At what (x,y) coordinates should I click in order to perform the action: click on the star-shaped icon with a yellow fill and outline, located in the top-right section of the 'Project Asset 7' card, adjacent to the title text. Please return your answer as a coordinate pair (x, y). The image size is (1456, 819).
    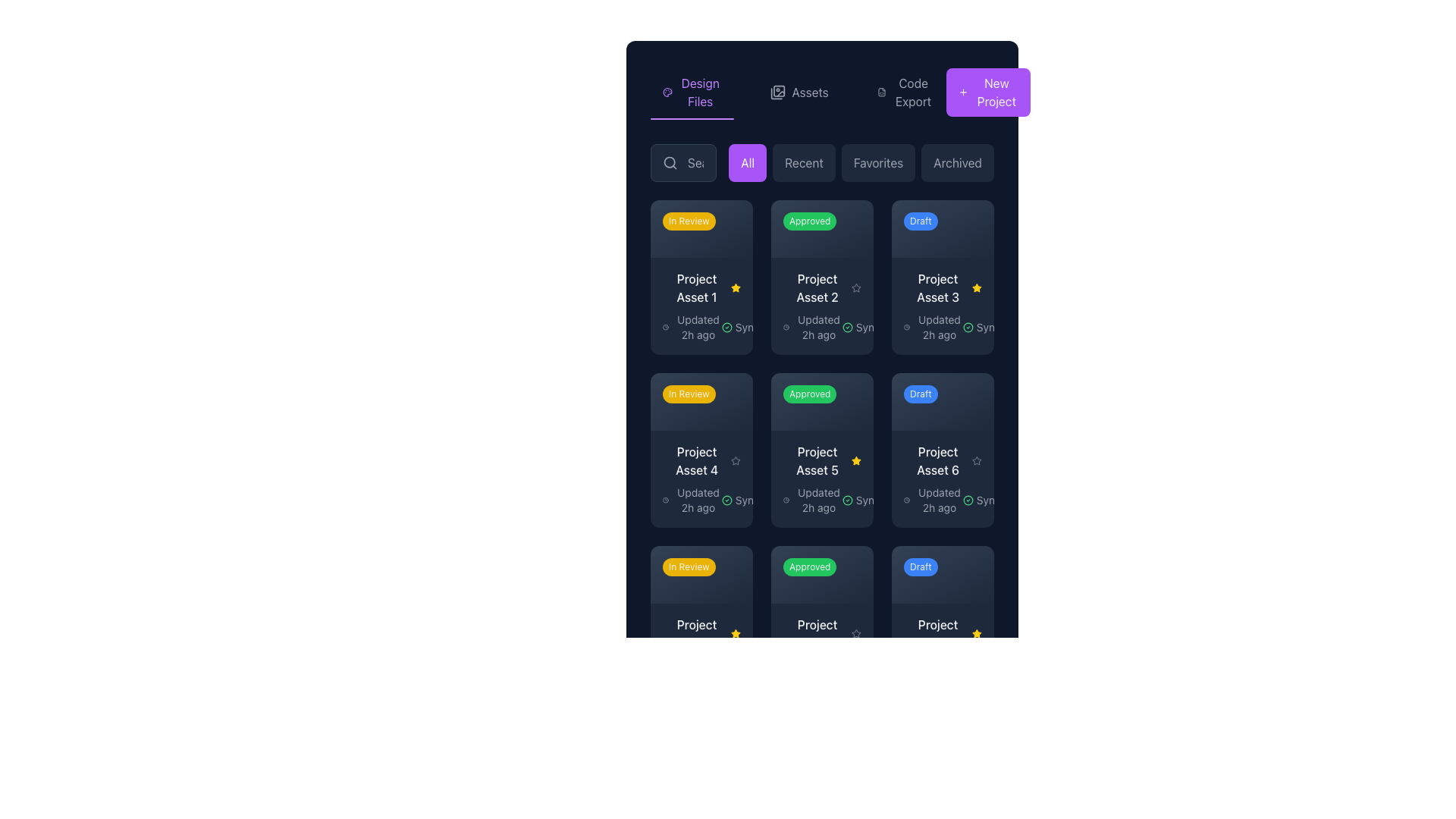
    Looking at the image, I should click on (736, 633).